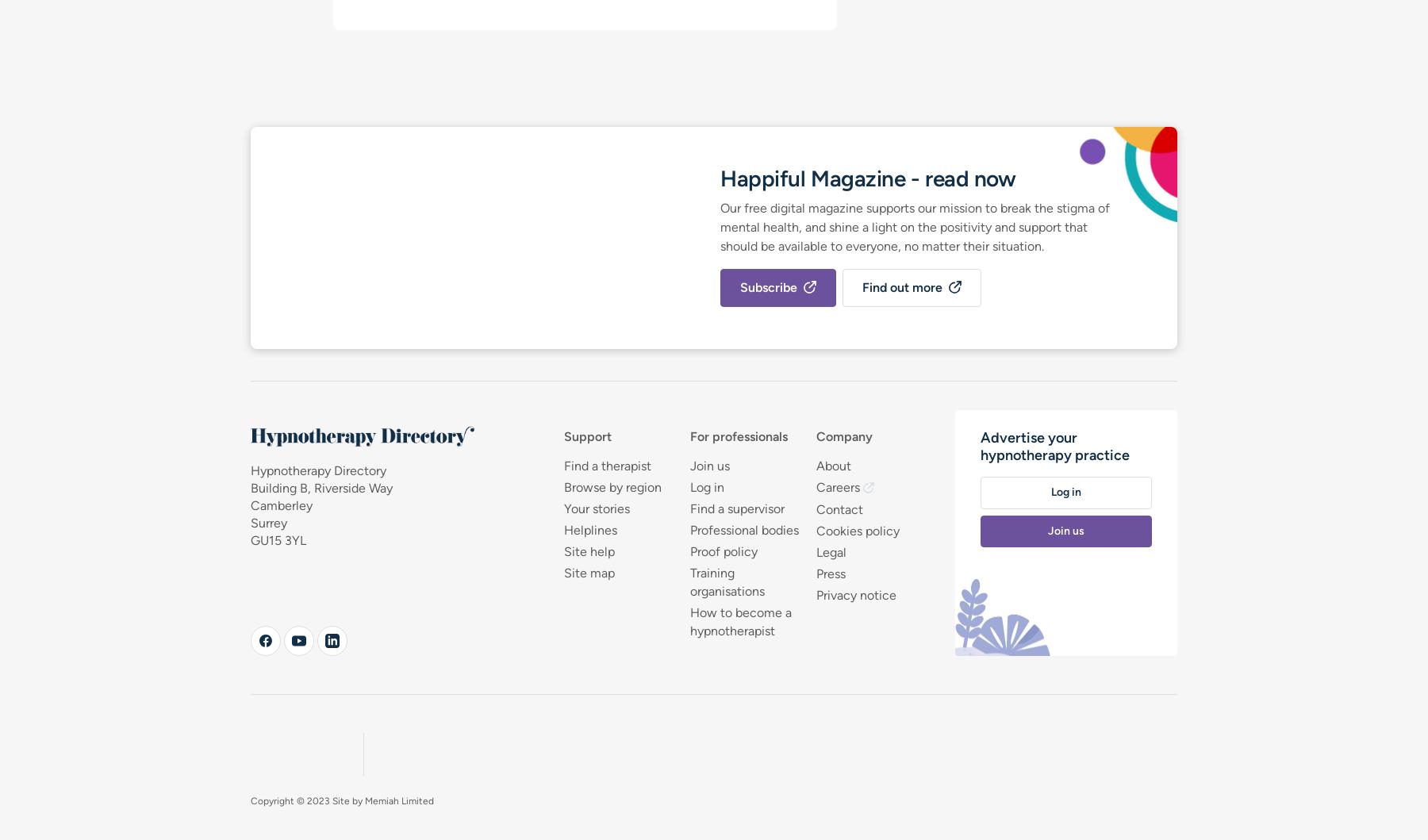  What do you see at coordinates (589, 529) in the screenshot?
I see `'Helplines'` at bounding box center [589, 529].